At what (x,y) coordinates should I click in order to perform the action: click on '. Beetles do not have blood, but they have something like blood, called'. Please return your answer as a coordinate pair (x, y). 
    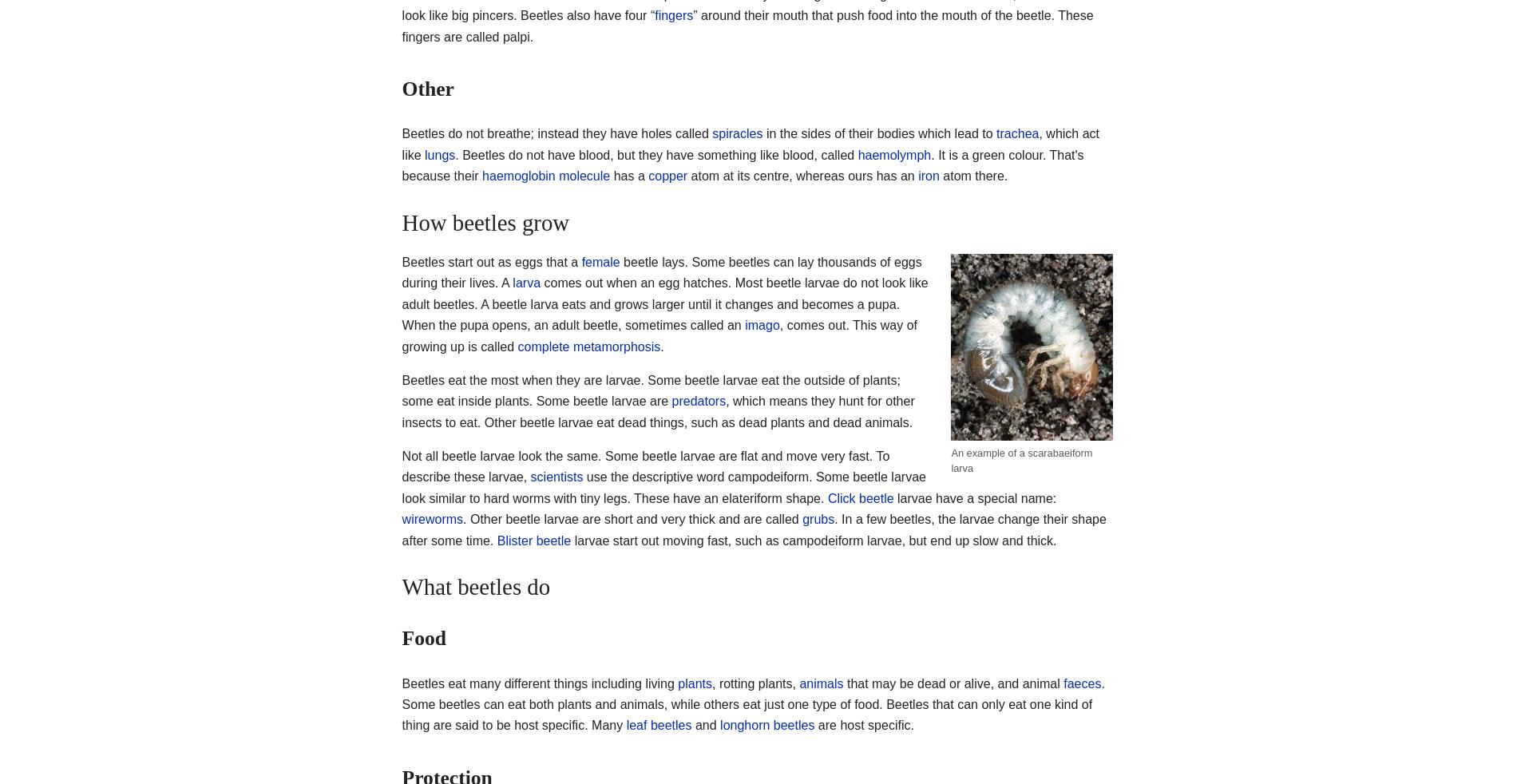
    Looking at the image, I should click on (655, 153).